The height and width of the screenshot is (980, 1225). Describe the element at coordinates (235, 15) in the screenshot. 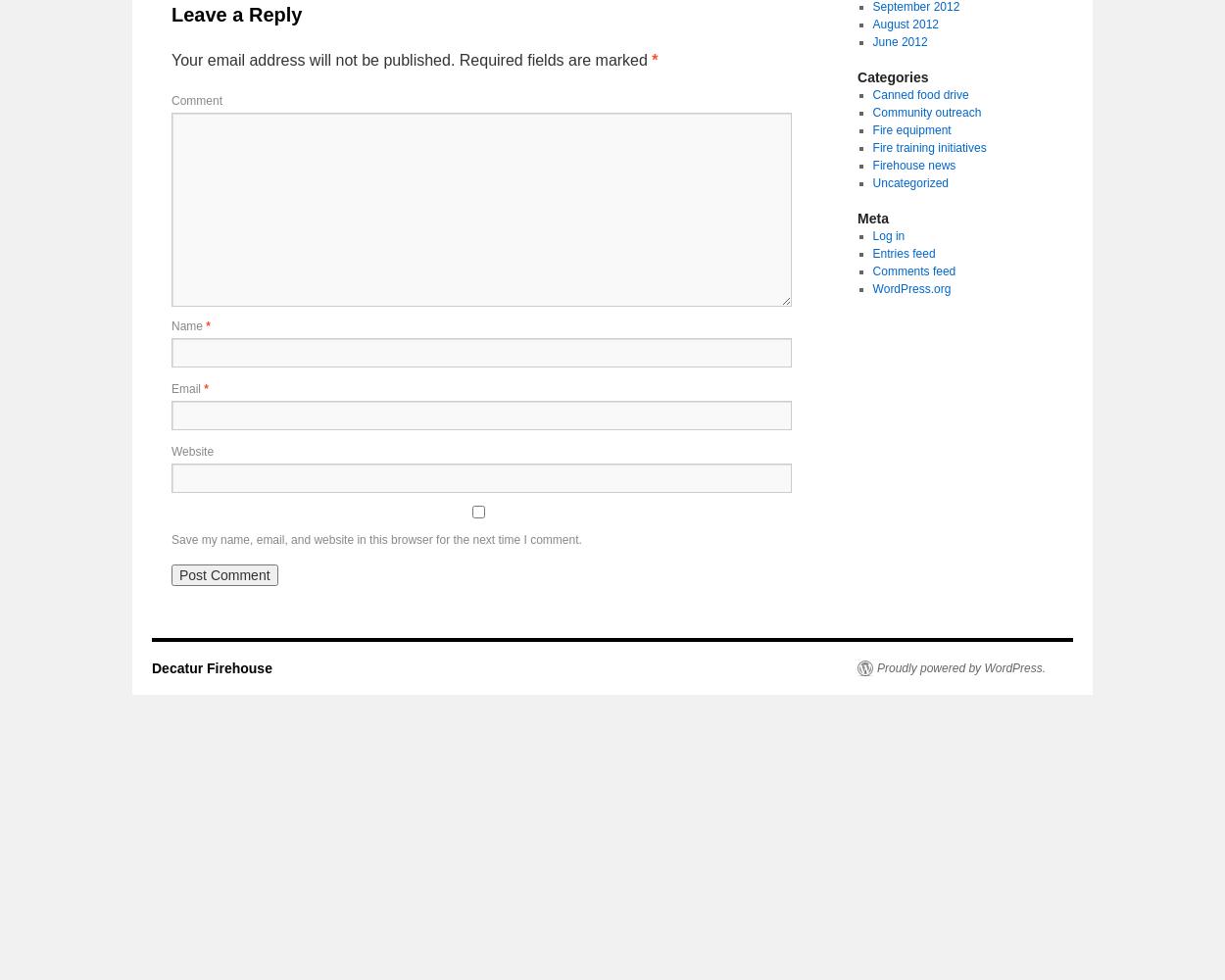

I see `'Leave a Reply'` at that location.